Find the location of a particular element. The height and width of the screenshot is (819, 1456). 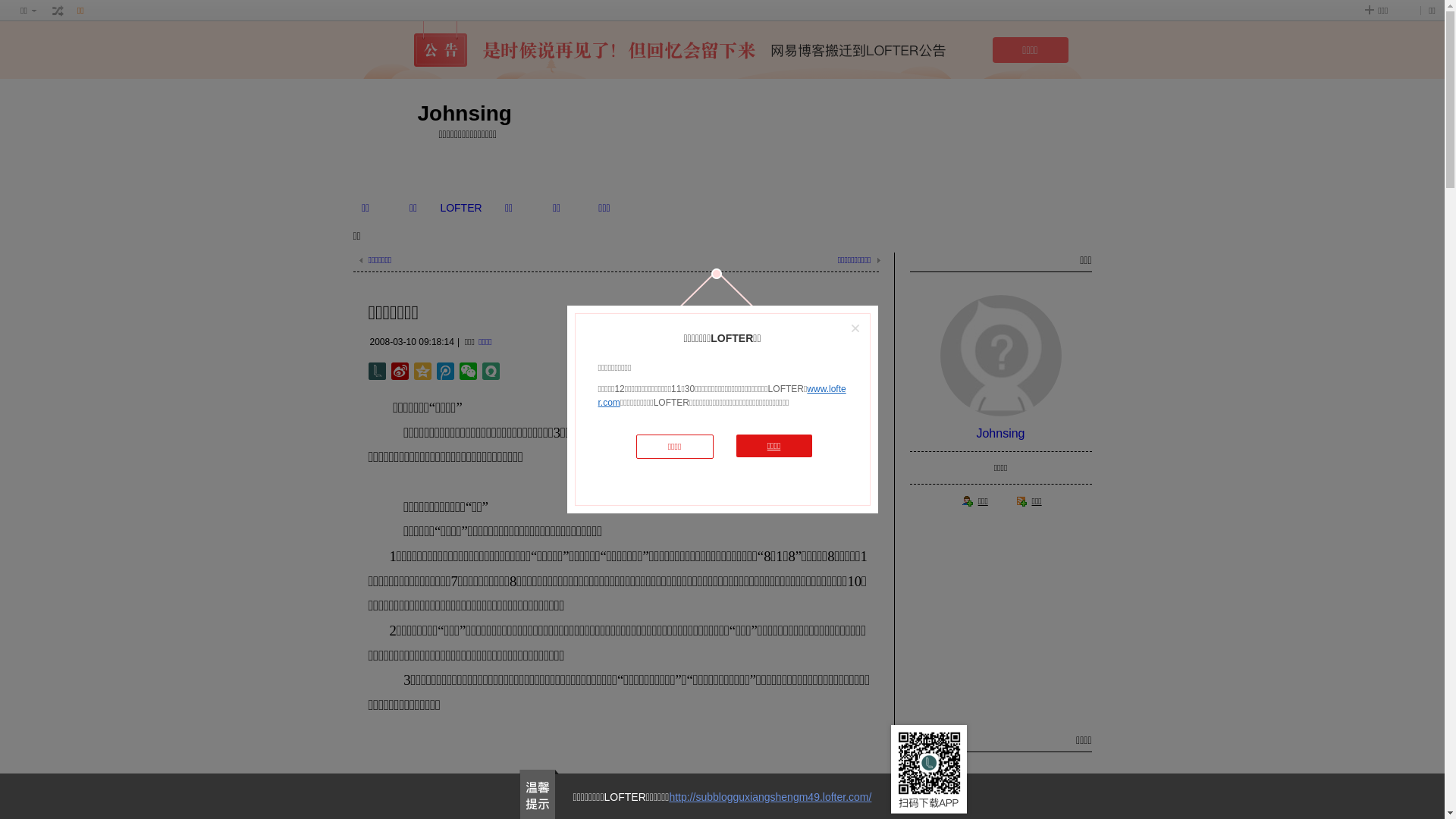

' ' is located at coordinates (58, 11).